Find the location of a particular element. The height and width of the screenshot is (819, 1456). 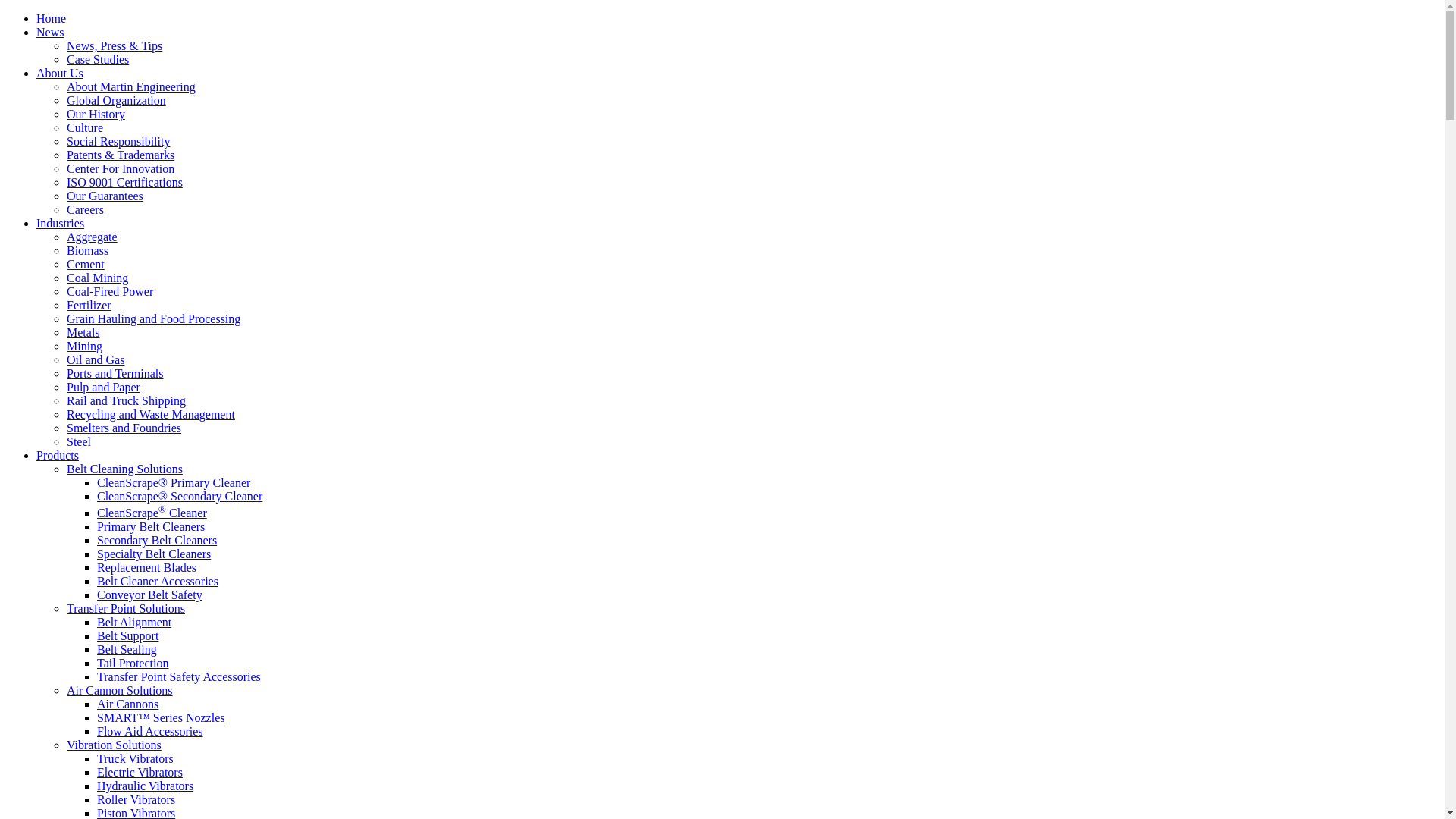

'Rail and Truck Shipping' is located at coordinates (126, 400).